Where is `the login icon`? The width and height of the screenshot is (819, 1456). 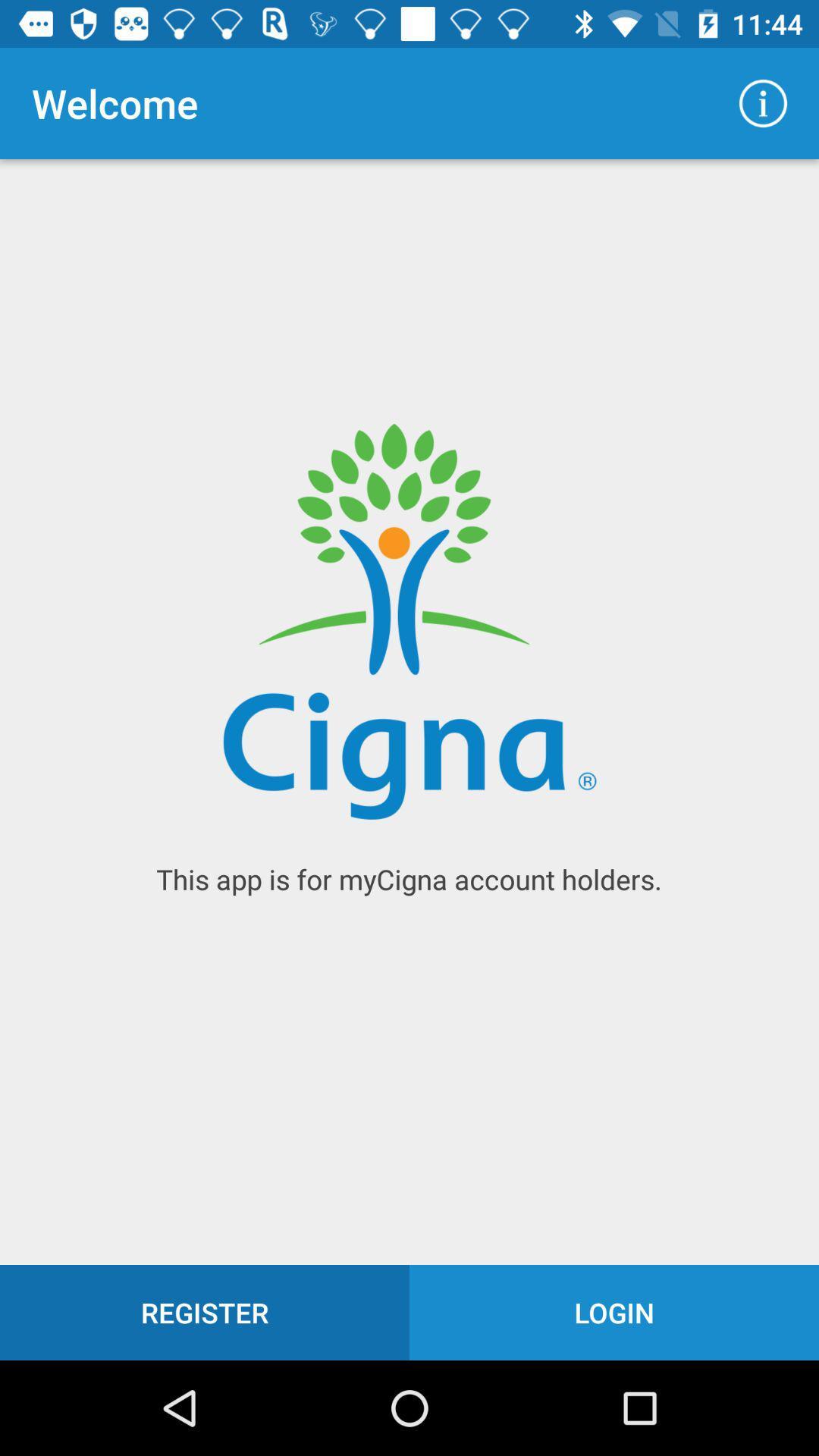
the login icon is located at coordinates (614, 1312).